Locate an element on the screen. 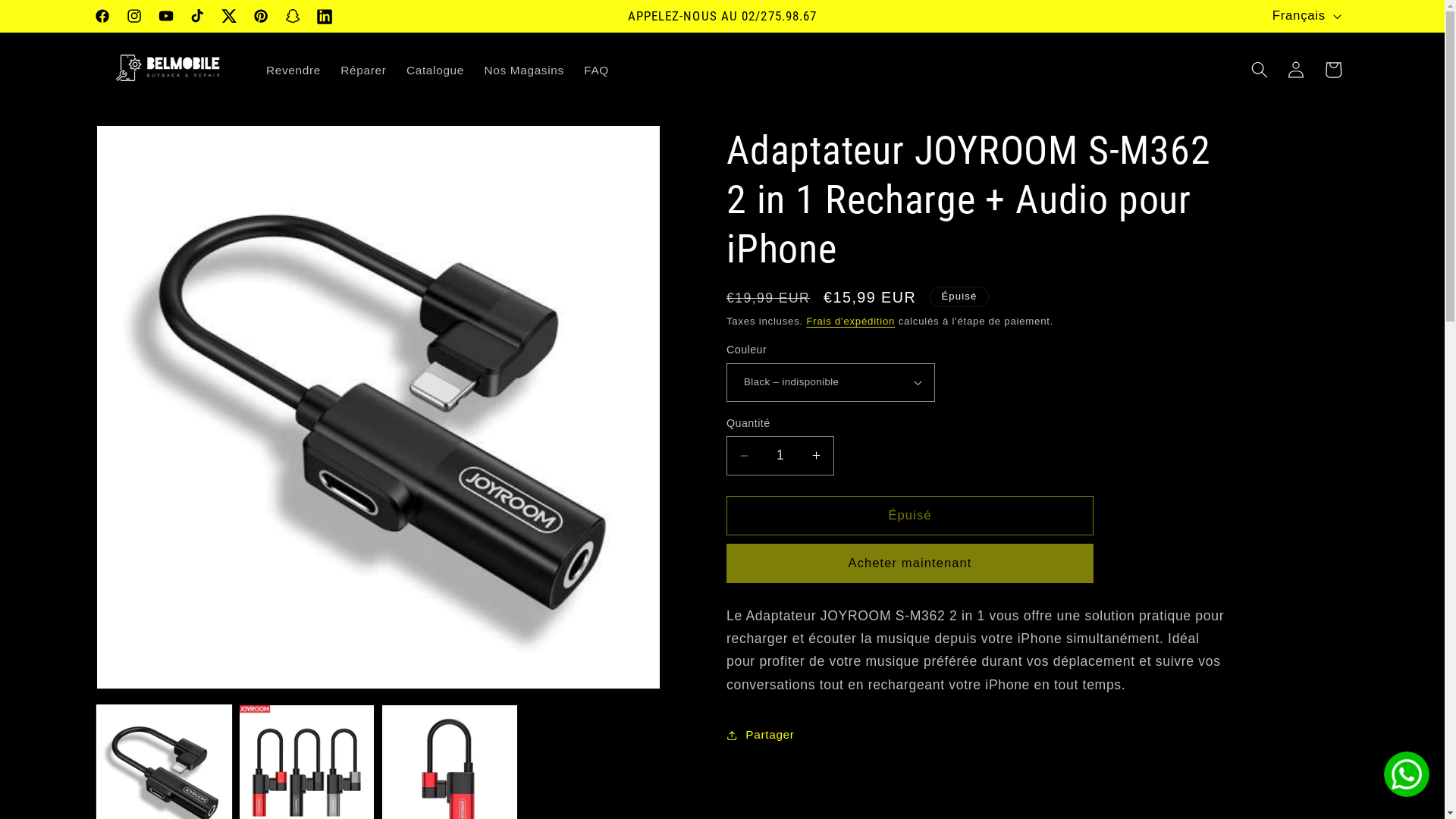  'Facebook' is located at coordinates (101, 17).